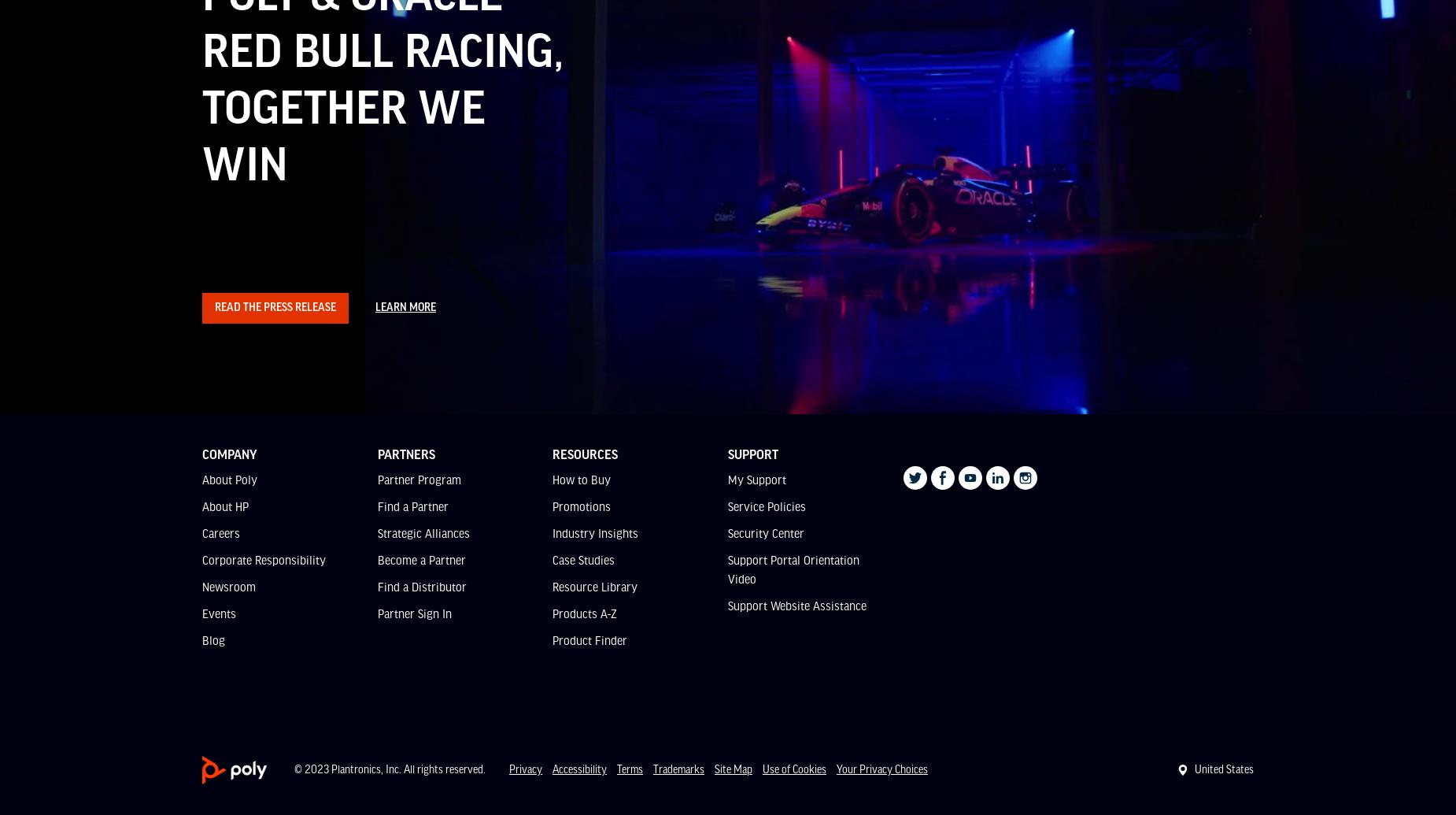 The height and width of the screenshot is (815, 1456). I want to click on 'Accessibility', so click(579, 769).